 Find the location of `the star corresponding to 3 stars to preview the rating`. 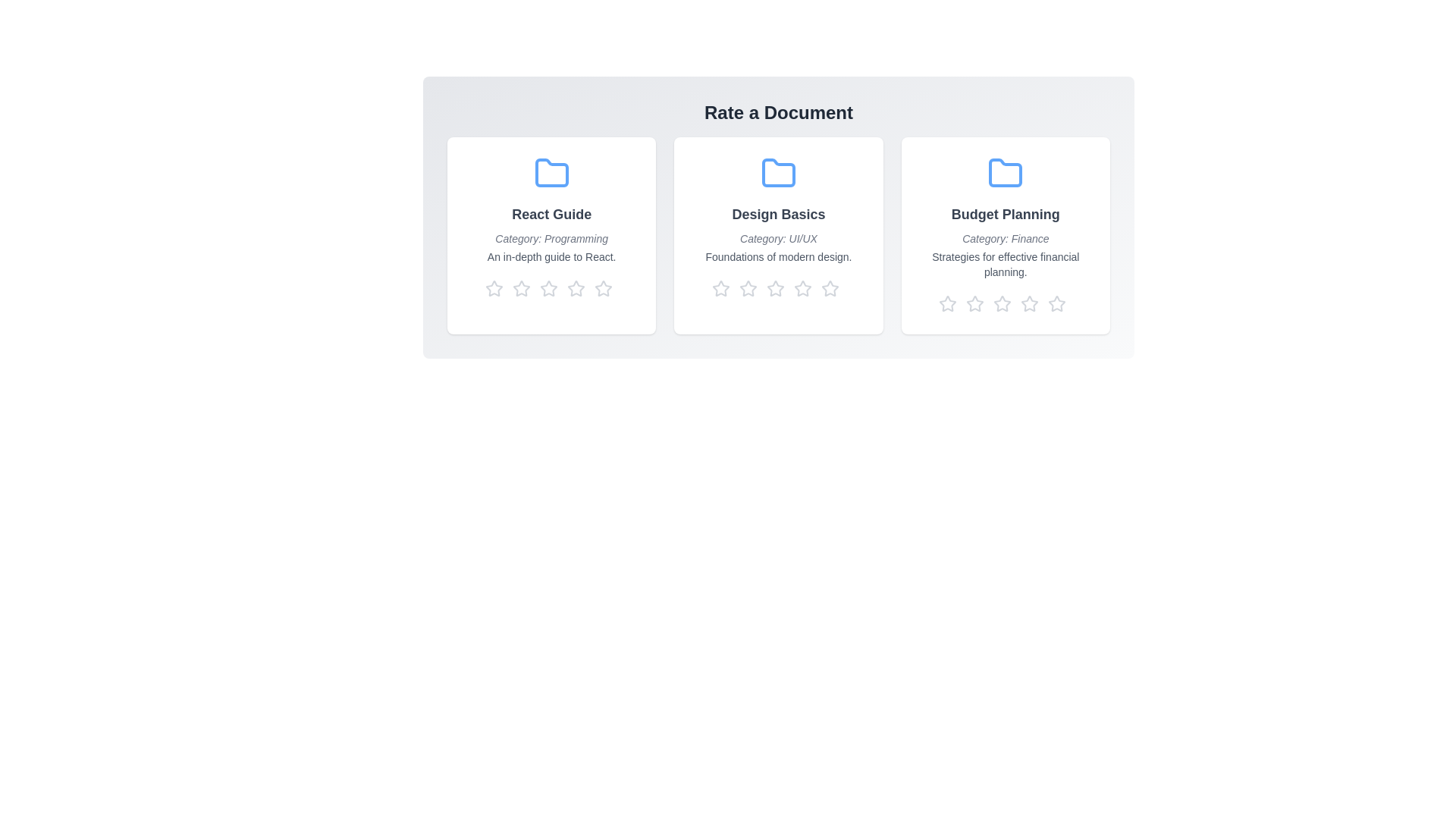

the star corresponding to 3 stars to preview the rating is located at coordinates (550, 289).